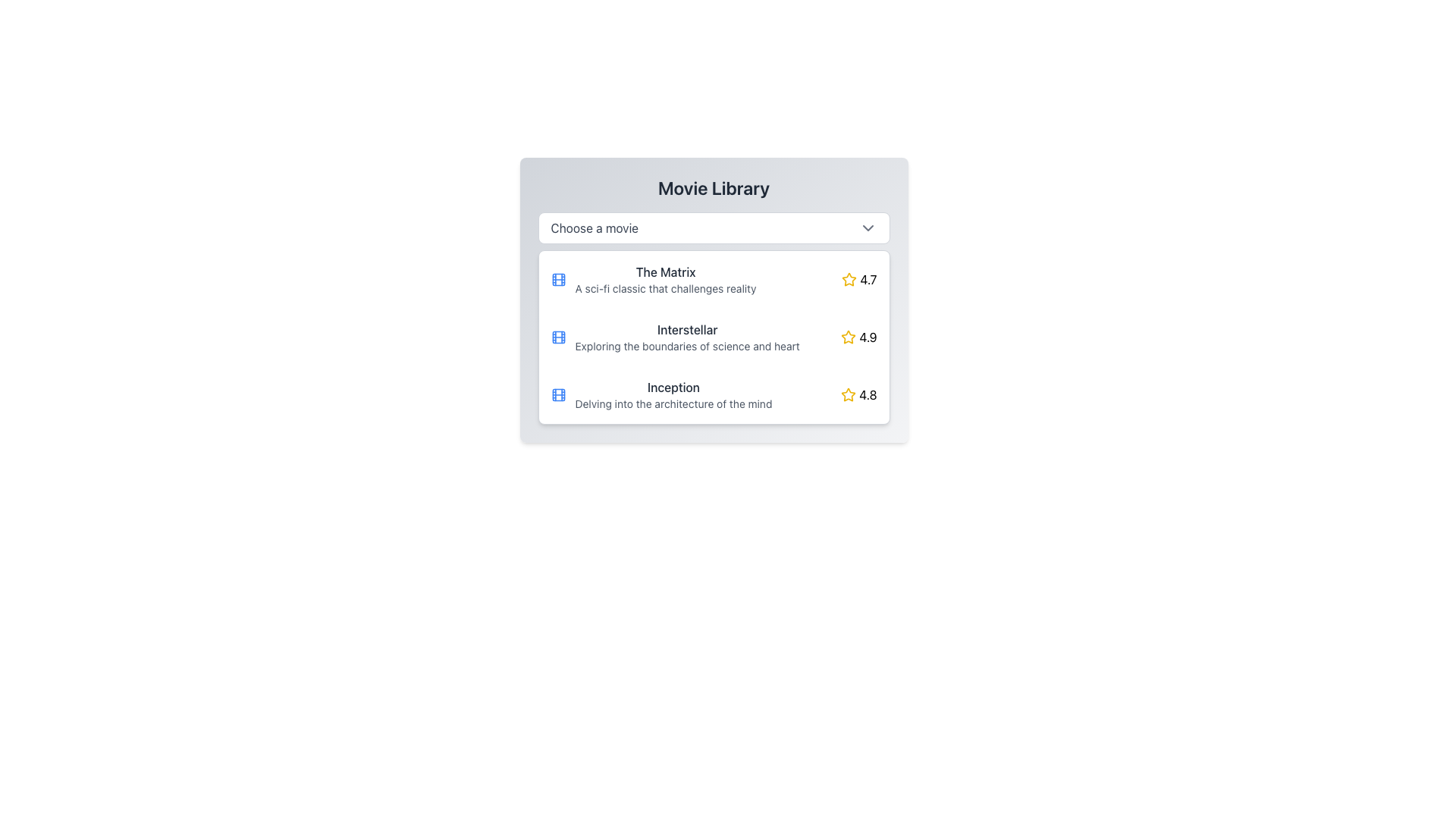 Image resolution: width=1456 pixels, height=819 pixels. What do you see at coordinates (713, 227) in the screenshot?
I see `the dropdown menu labeled 'Choose a movie' located in the 'Movie Library' card` at bounding box center [713, 227].